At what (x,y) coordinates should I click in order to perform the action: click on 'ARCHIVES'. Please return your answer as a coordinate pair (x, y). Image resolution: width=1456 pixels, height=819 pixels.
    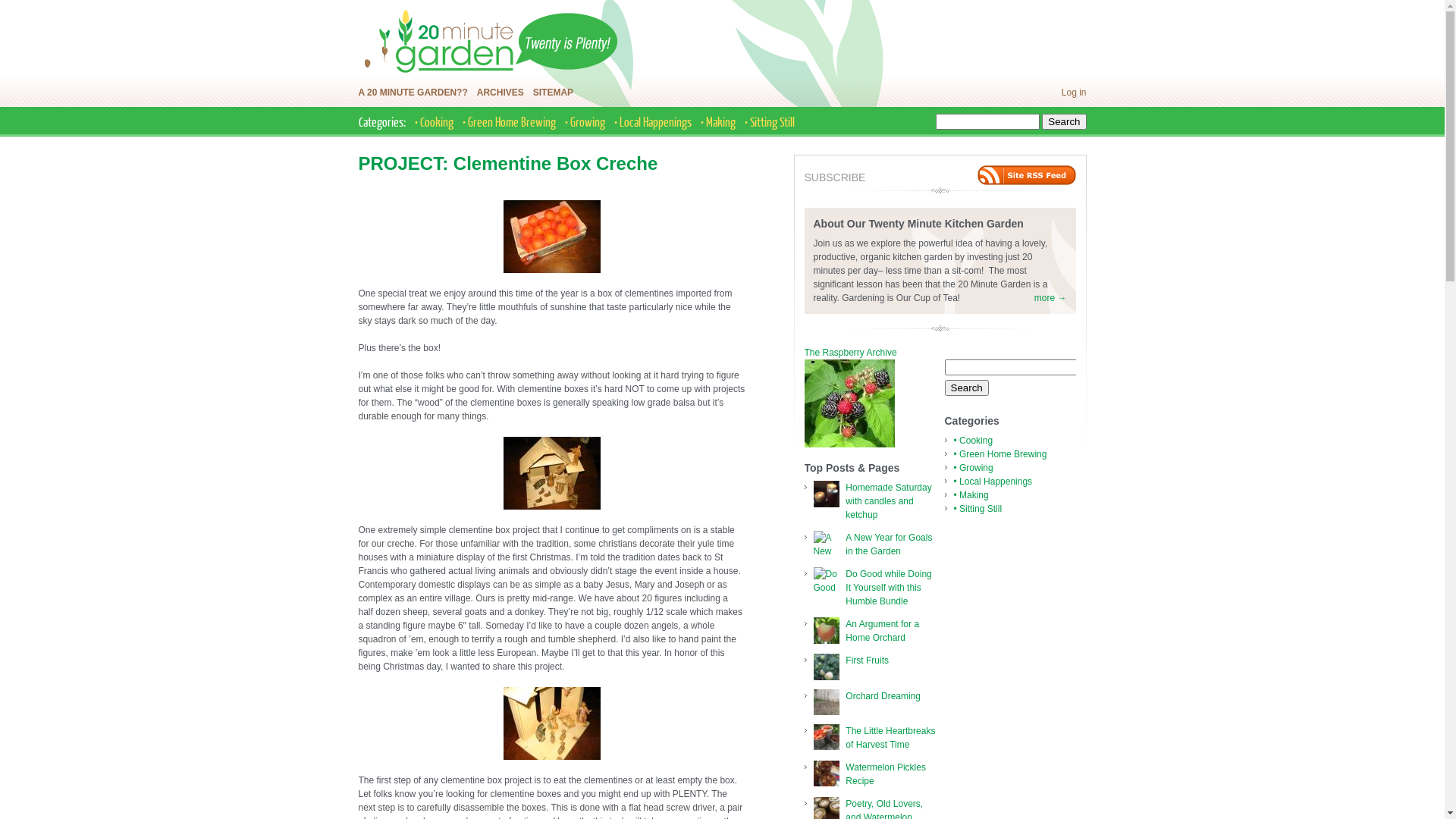
    Looking at the image, I should click on (475, 93).